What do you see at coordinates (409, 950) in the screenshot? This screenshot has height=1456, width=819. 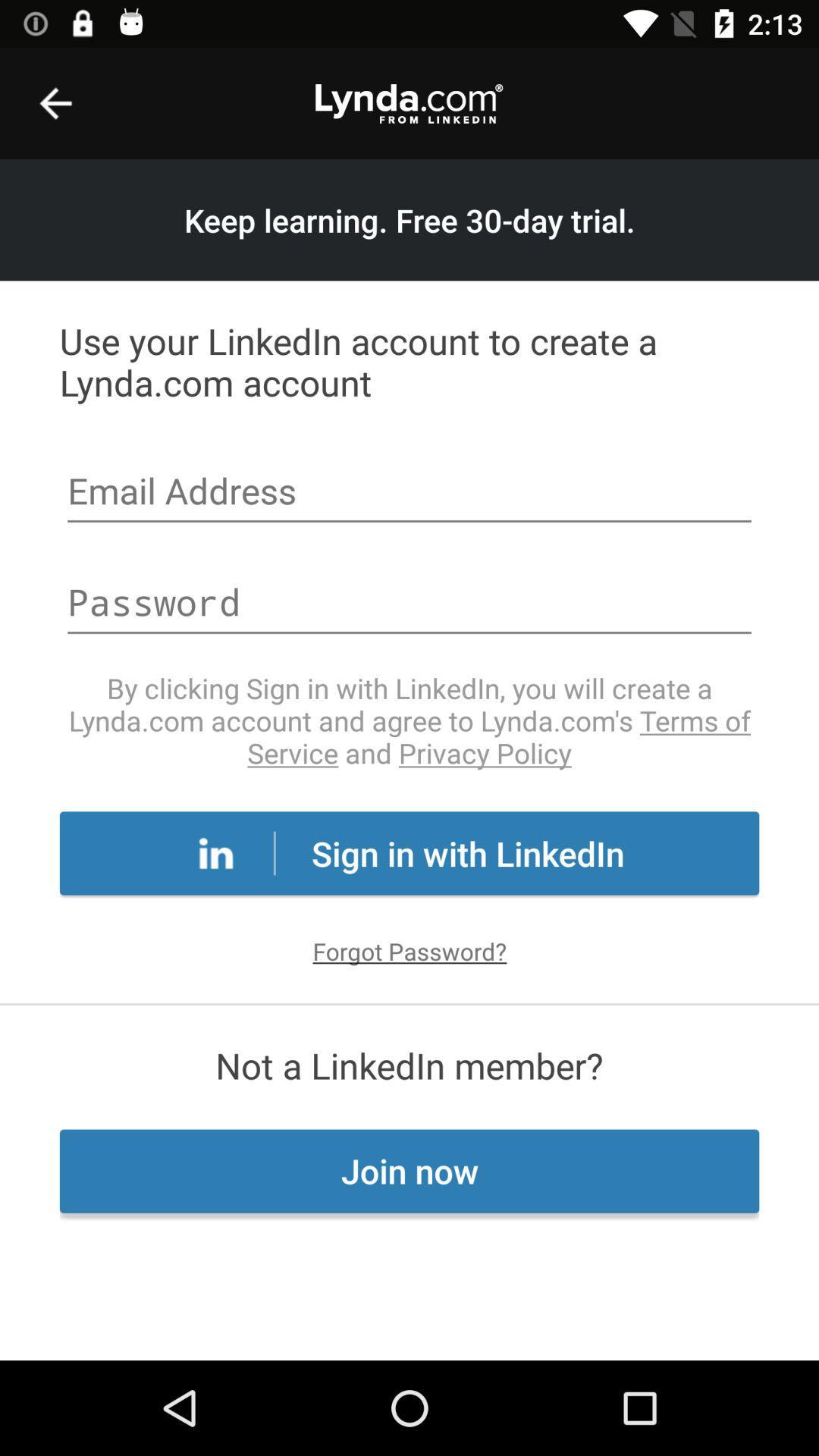 I see `forgot password? icon` at bounding box center [409, 950].